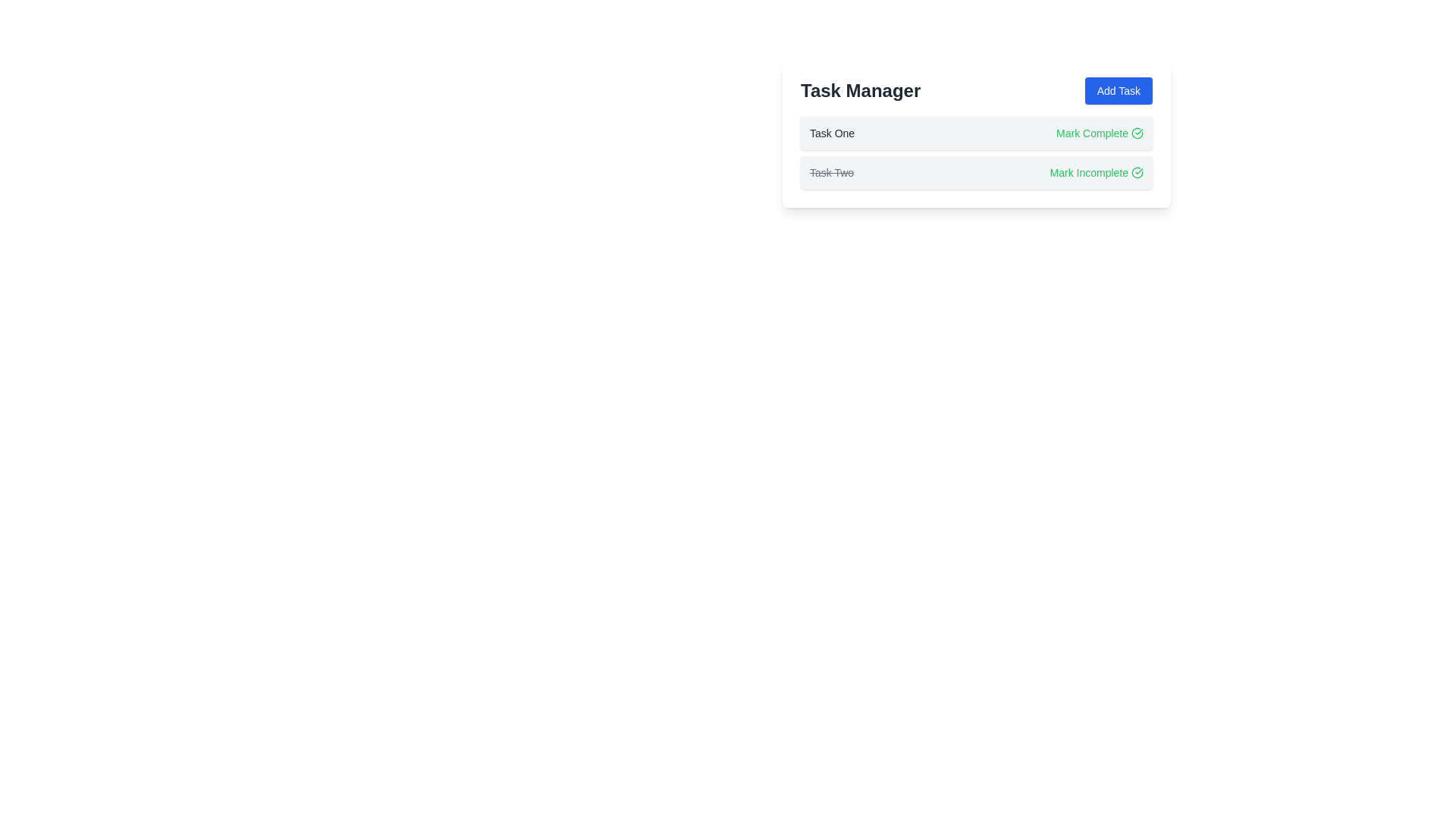 The image size is (1456, 819). I want to click on the static text element displaying 'Task Two', which is styled with a strikethrough and gray font color, indicating it is marked as completed or inactive, so click(831, 171).